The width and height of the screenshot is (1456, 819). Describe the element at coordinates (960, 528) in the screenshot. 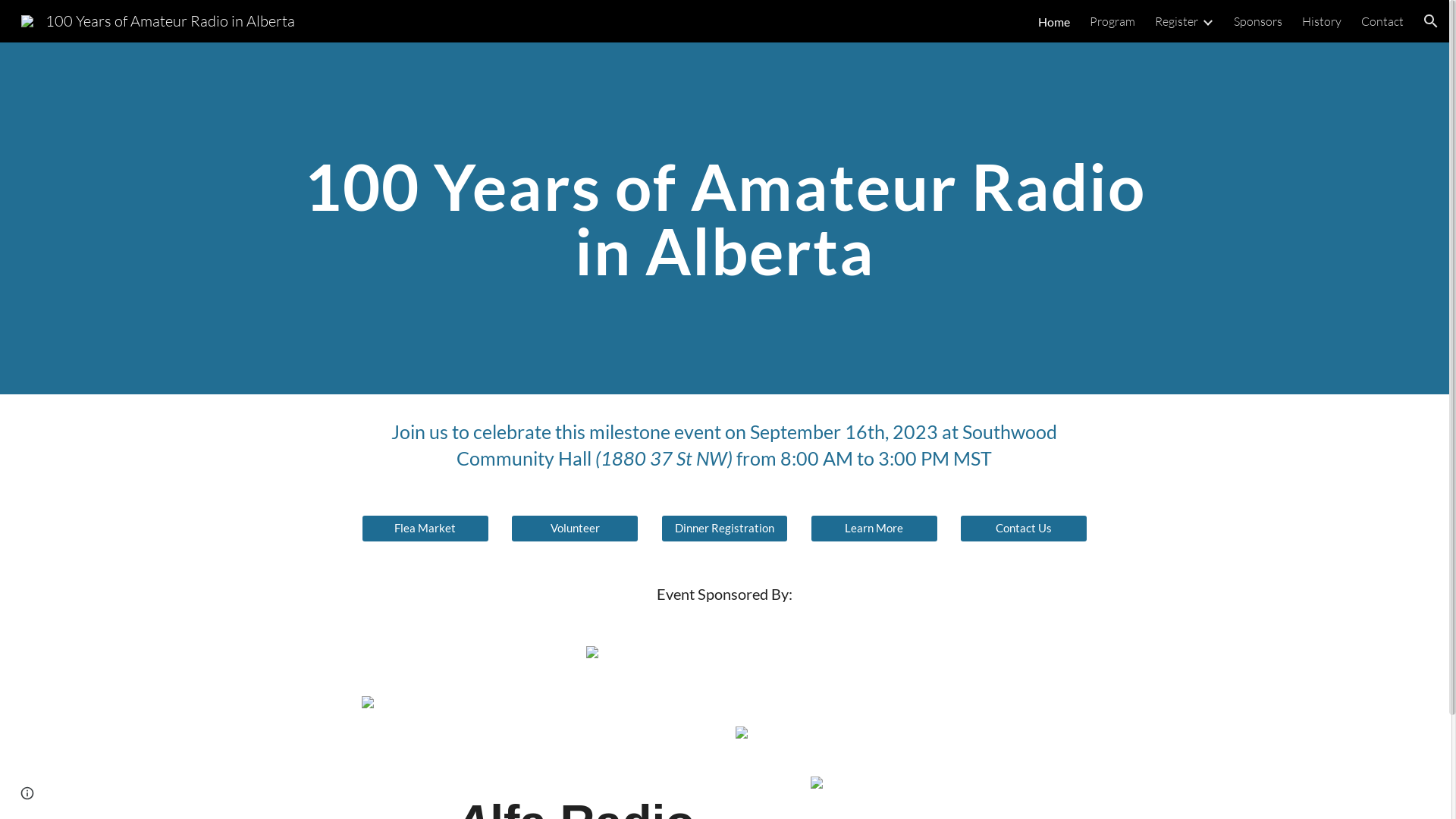

I see `'Contact Us'` at that location.